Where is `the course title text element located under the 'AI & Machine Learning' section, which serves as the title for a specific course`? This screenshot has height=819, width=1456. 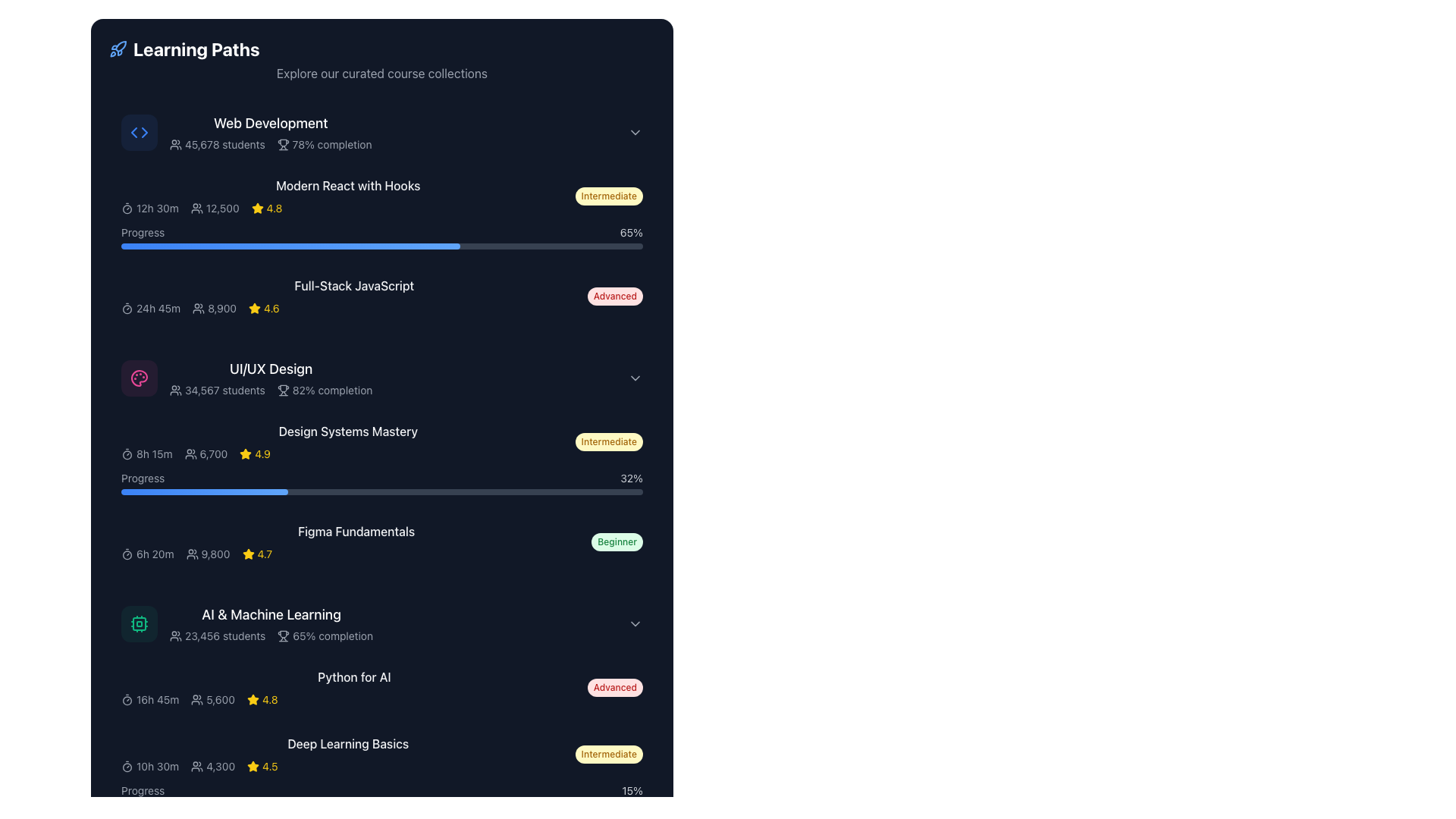
the course title text element located under the 'AI & Machine Learning' section, which serves as the title for a specific course is located at coordinates (353, 676).